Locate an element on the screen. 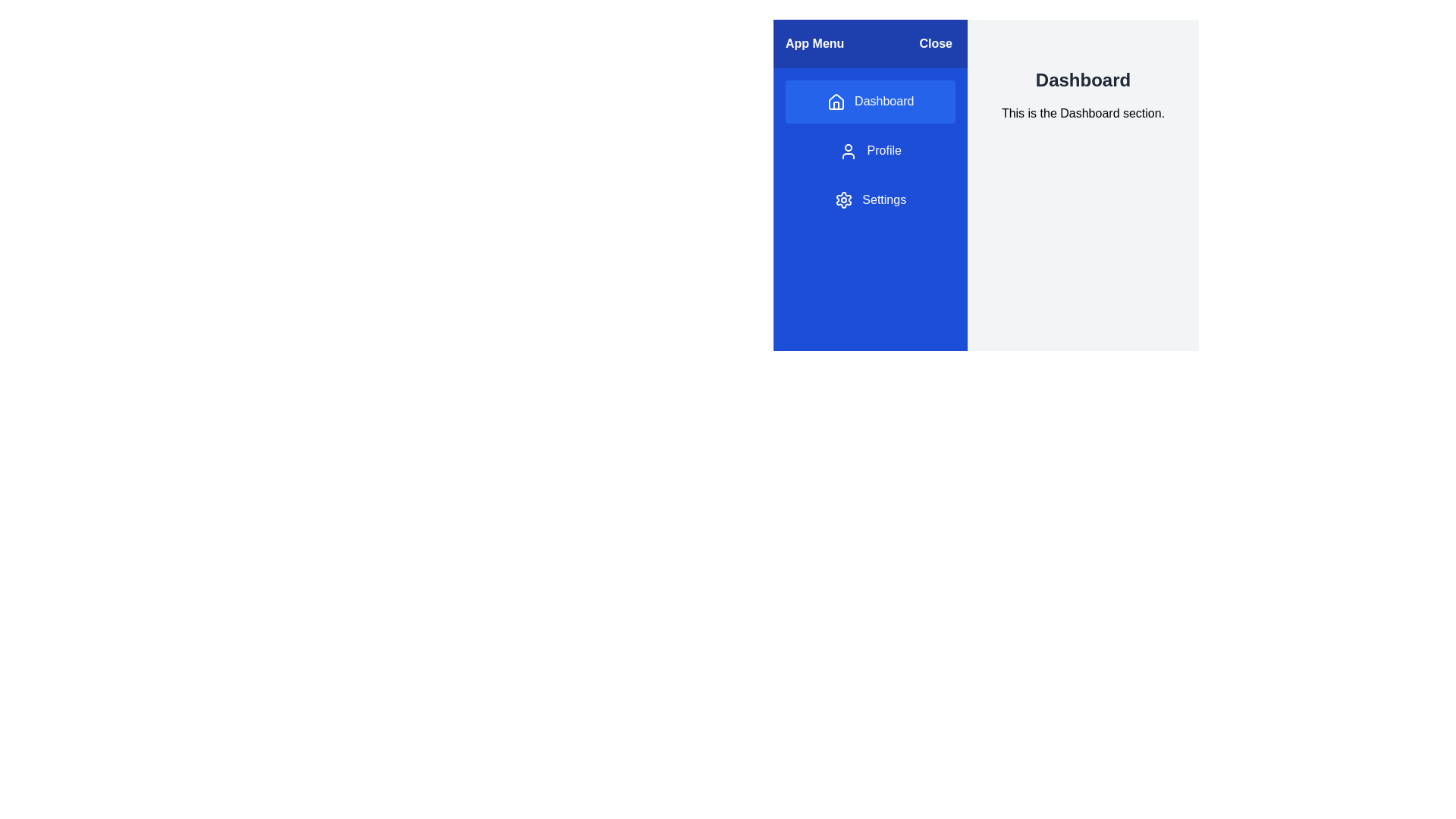 This screenshot has height=819, width=1456. the menu item Settings is located at coordinates (870, 199).